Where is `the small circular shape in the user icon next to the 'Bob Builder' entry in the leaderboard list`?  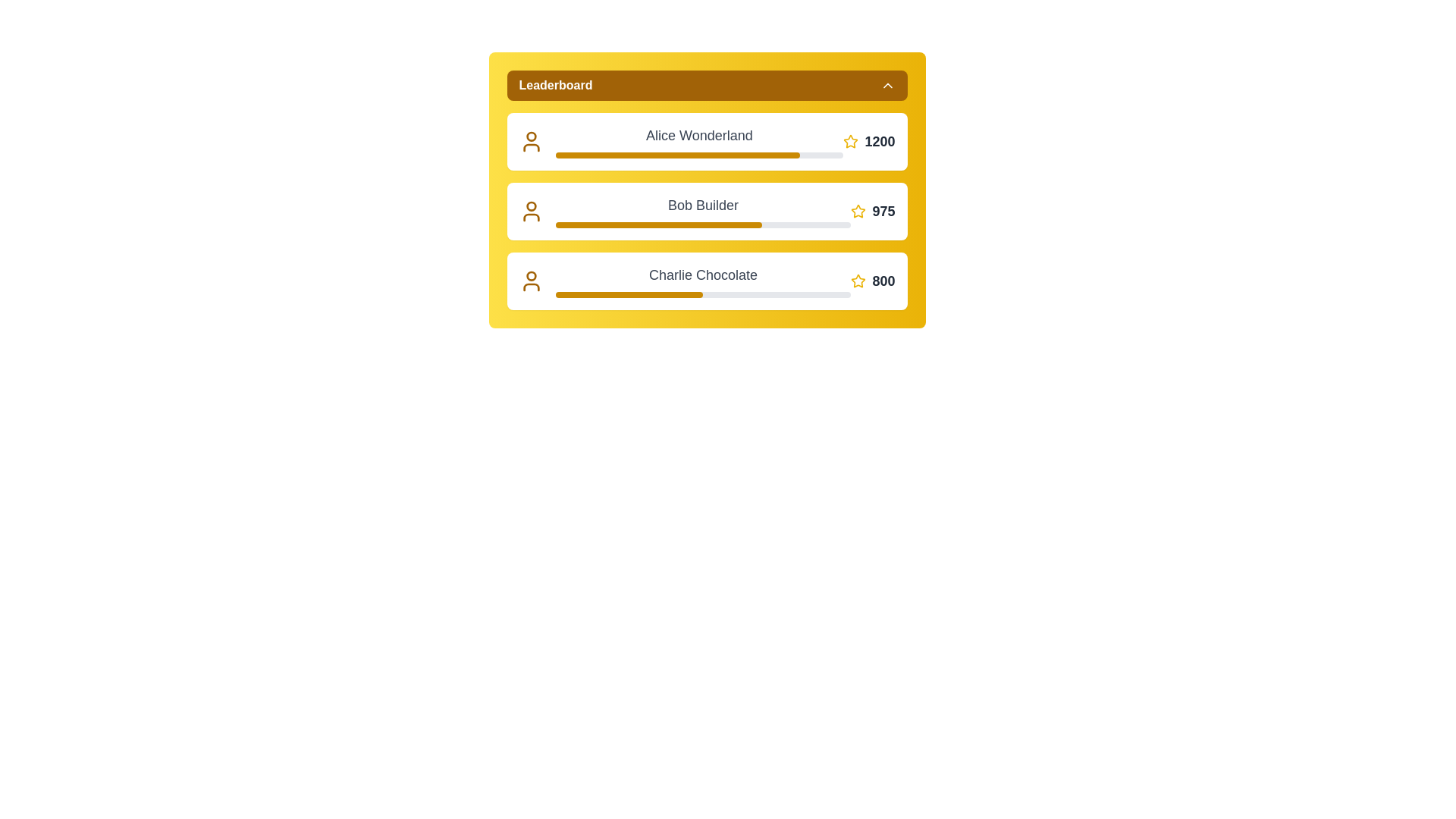 the small circular shape in the user icon next to the 'Bob Builder' entry in the leaderboard list is located at coordinates (531, 206).